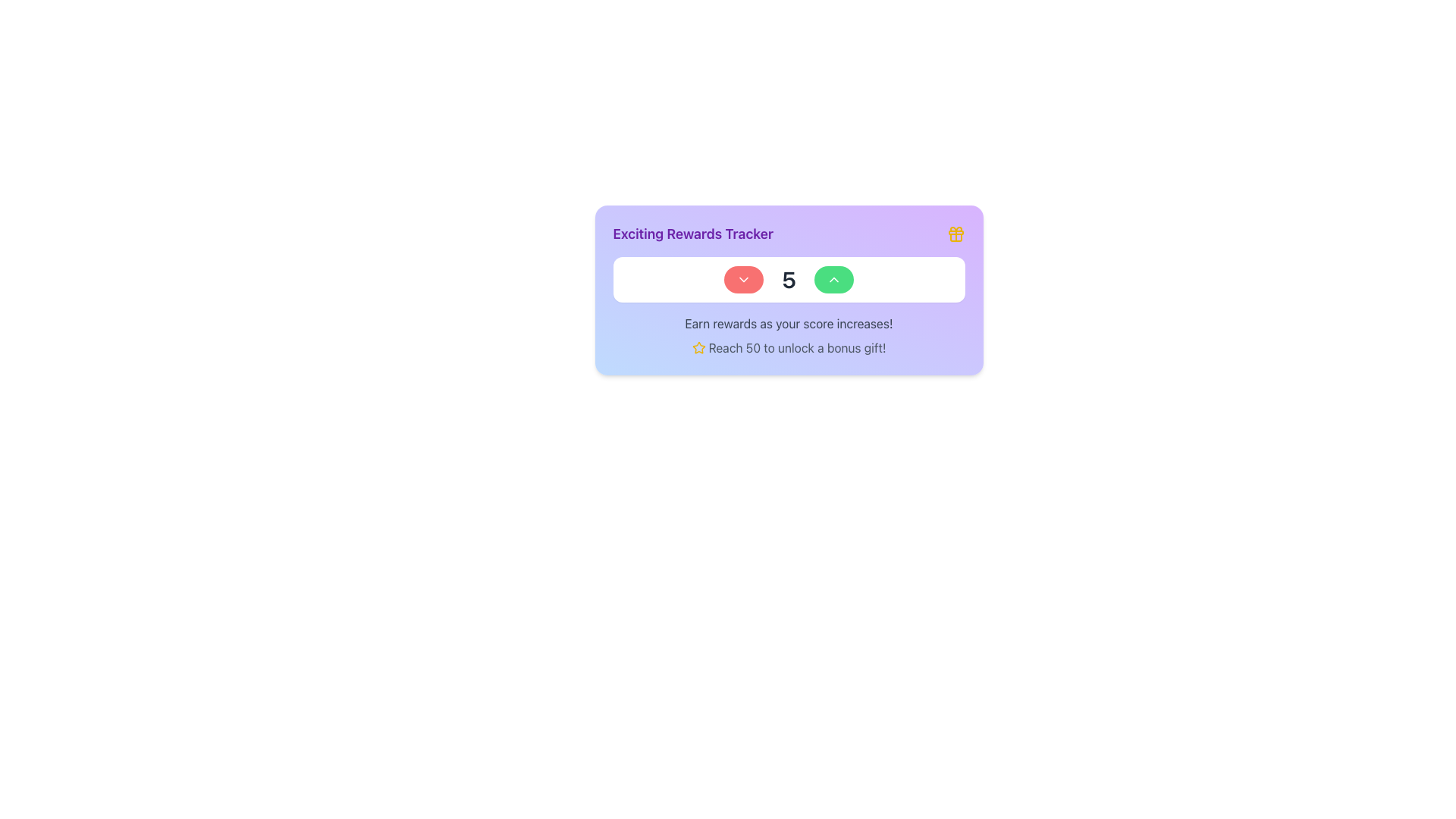  Describe the element at coordinates (789, 335) in the screenshot. I see `the text section that provides guidance and motivation for the user, located in the bottom section of a card element, centrally positioned below a numerical score and button controls` at that location.